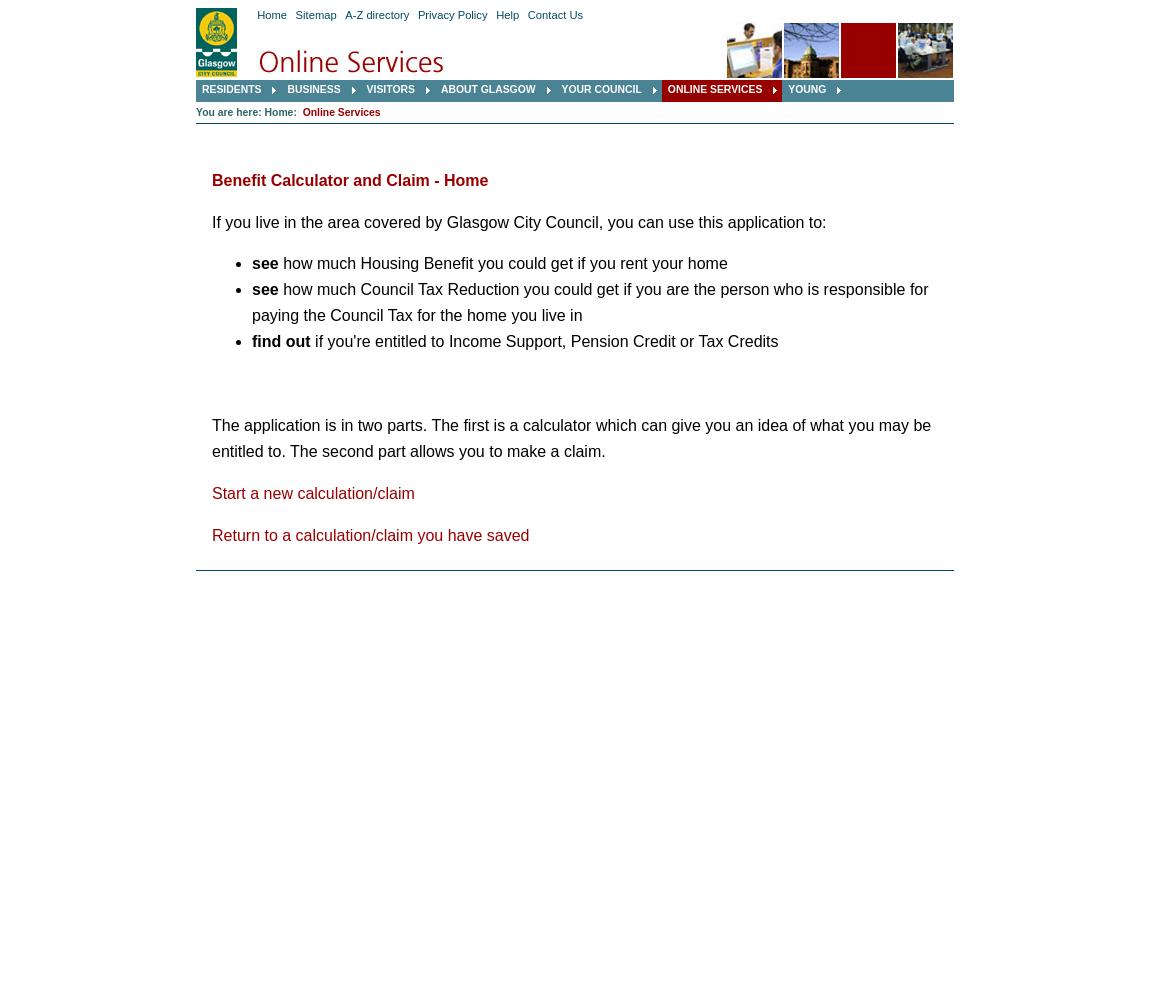 The width and height of the screenshot is (1150, 1000). What do you see at coordinates (543, 340) in the screenshot?
I see `'if you're entitled to Income Support, Pension Credit or Tax Credits'` at bounding box center [543, 340].